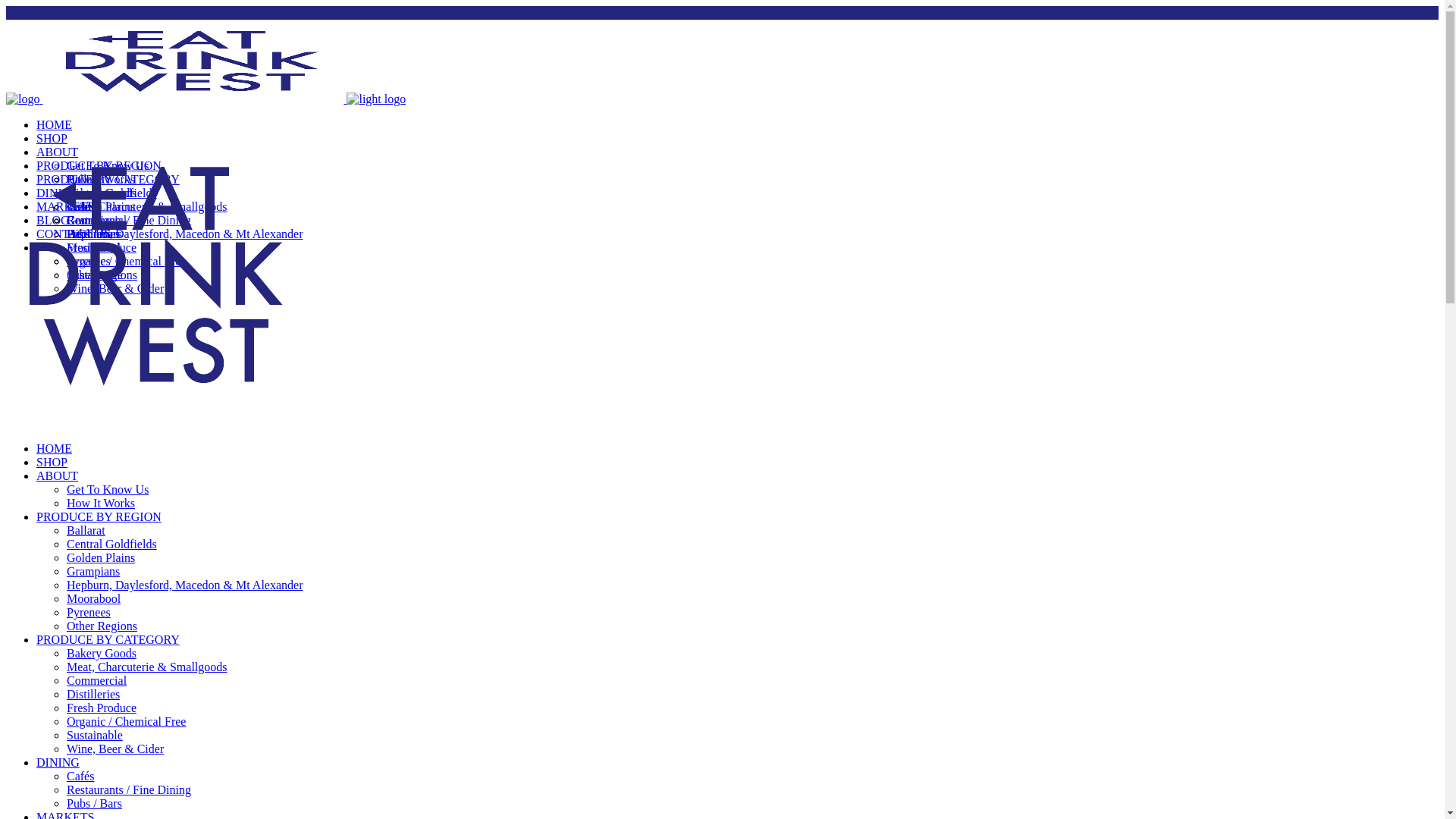 The width and height of the screenshot is (1456, 819). What do you see at coordinates (64, 206) in the screenshot?
I see `'MARKETS'` at bounding box center [64, 206].